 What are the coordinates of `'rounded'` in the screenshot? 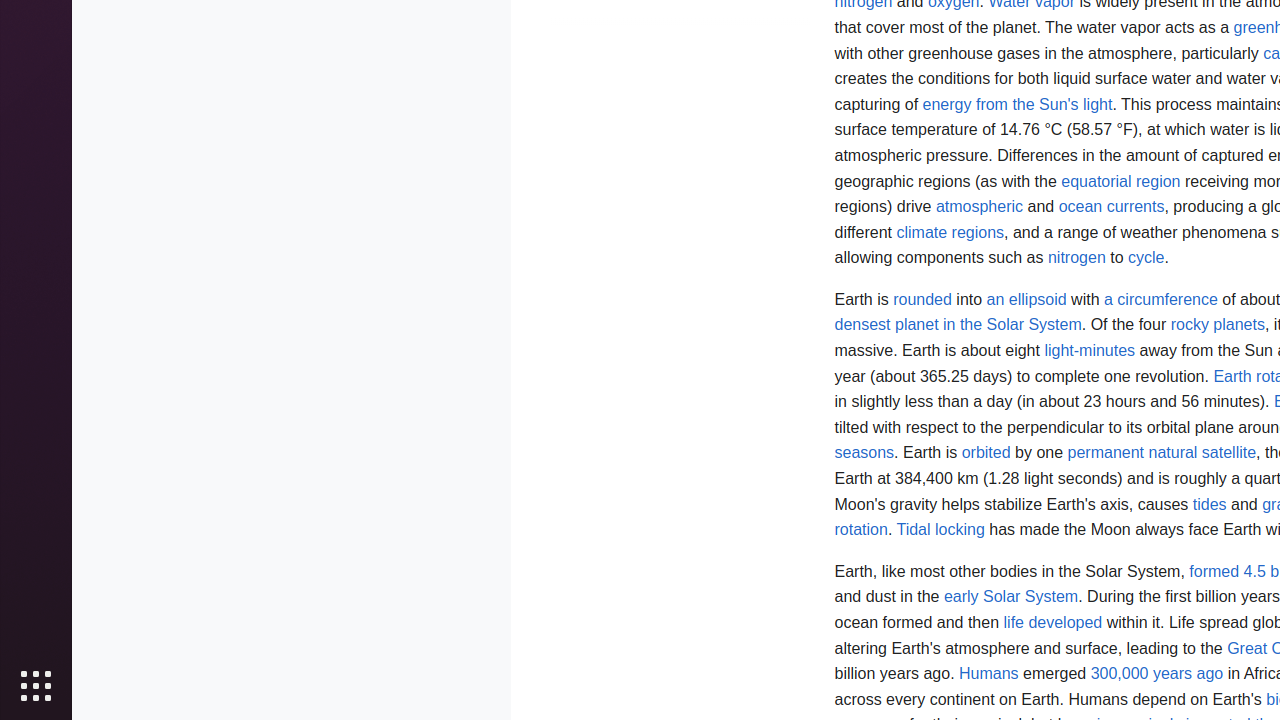 It's located at (921, 299).